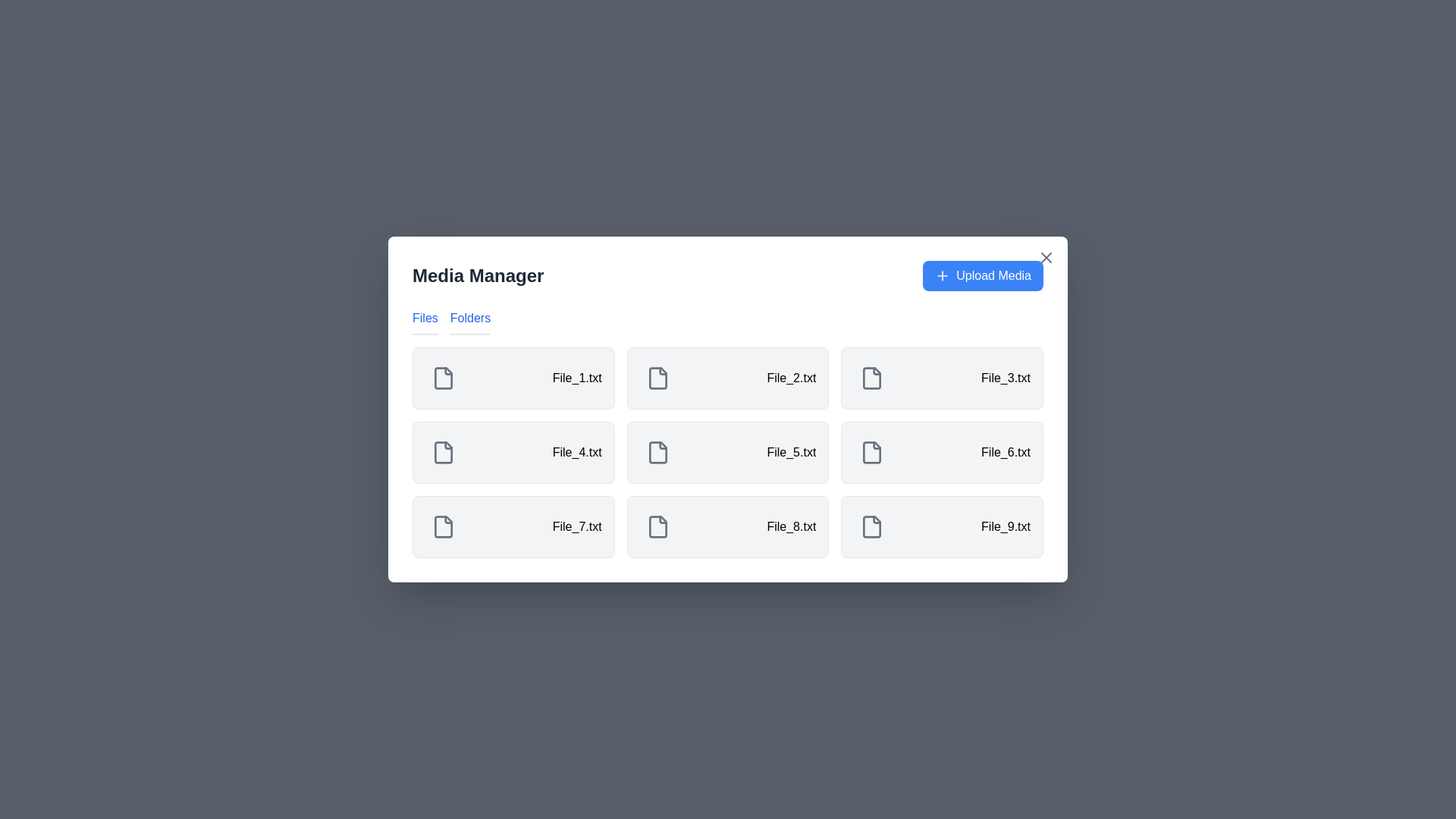  What do you see at coordinates (872, 452) in the screenshot?
I see `the rectangular icon resembling a document or file in the Media Manager interface, located in the third row and second column of the grid` at bounding box center [872, 452].